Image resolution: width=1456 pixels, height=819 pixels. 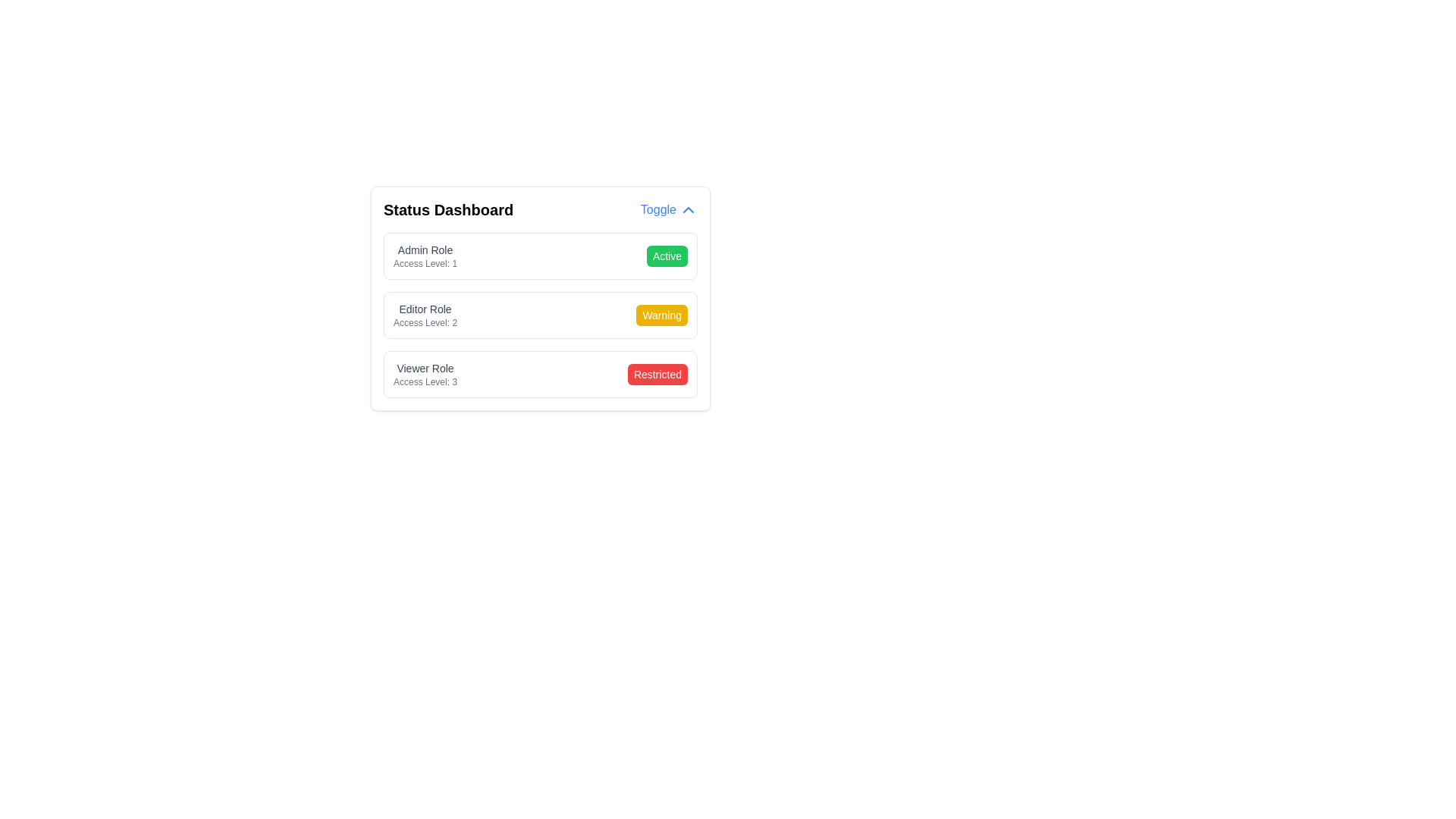 I want to click on the 'Viewer Role' text label, which is styled with medium gray font and positioned above 'Access Level: 3' in the 'Status Dashboard' section, so click(x=425, y=374).